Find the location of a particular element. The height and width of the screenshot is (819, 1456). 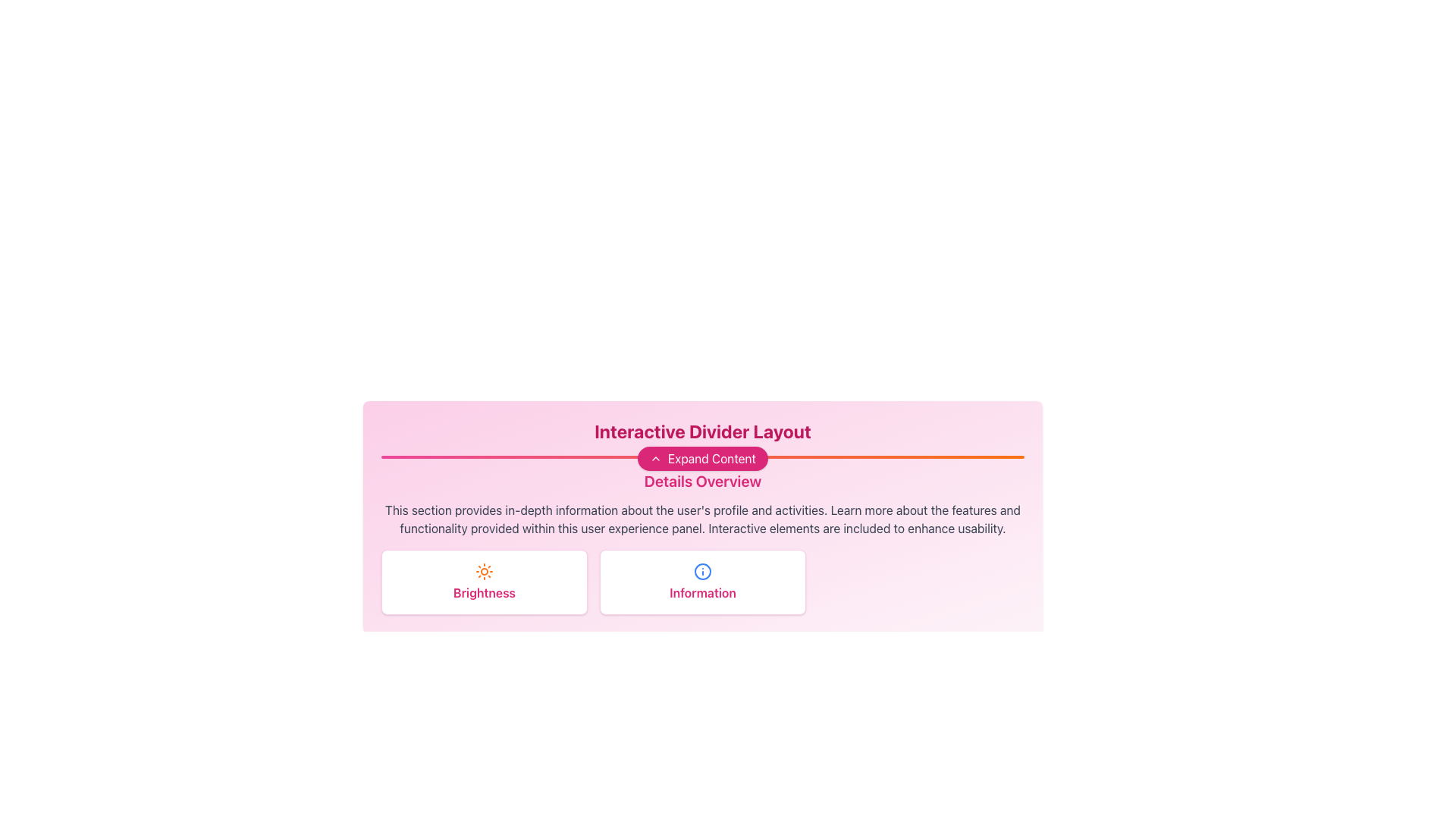

the text element that labels or describes the purpose of the card, located at the bottom-center of the interface under the blue information icon is located at coordinates (701, 592).